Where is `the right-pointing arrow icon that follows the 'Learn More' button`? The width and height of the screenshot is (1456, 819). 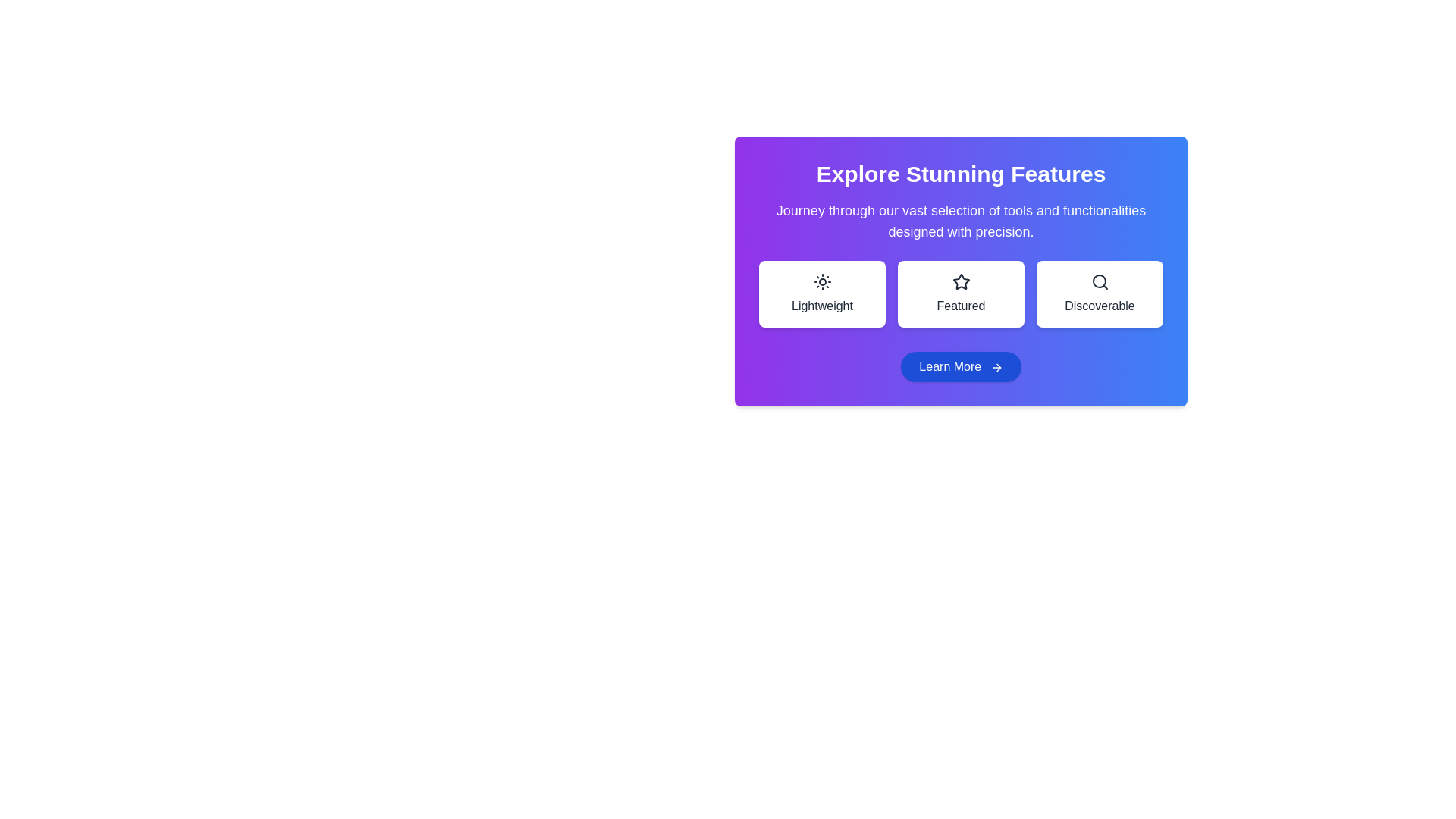 the right-pointing arrow icon that follows the 'Learn More' button is located at coordinates (996, 367).